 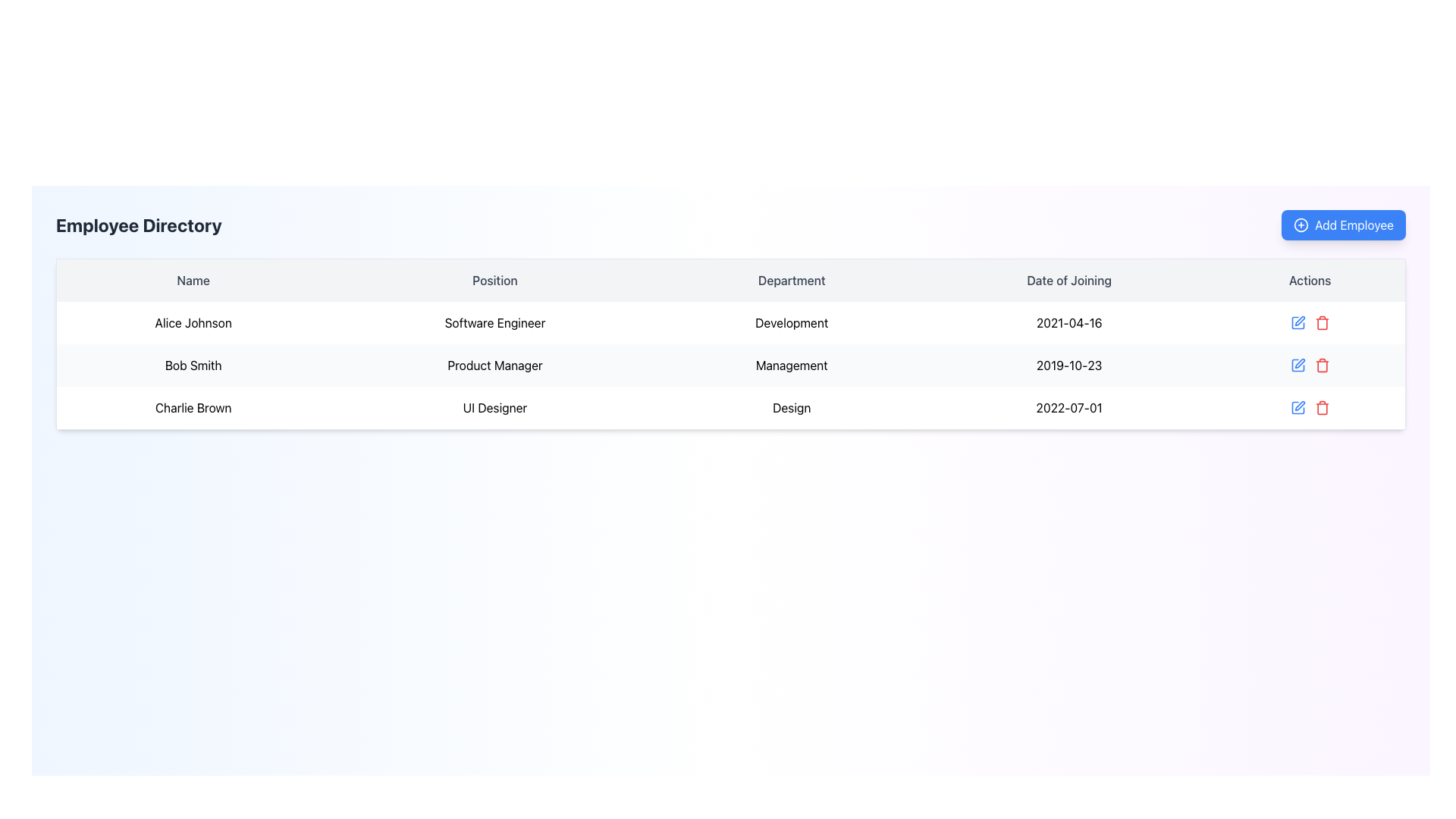 What do you see at coordinates (1344, 225) in the screenshot?
I see `the 'Add Employee' button located in the top-right corner of the interface, adjacent to the 'Employee Directory' heading` at bounding box center [1344, 225].